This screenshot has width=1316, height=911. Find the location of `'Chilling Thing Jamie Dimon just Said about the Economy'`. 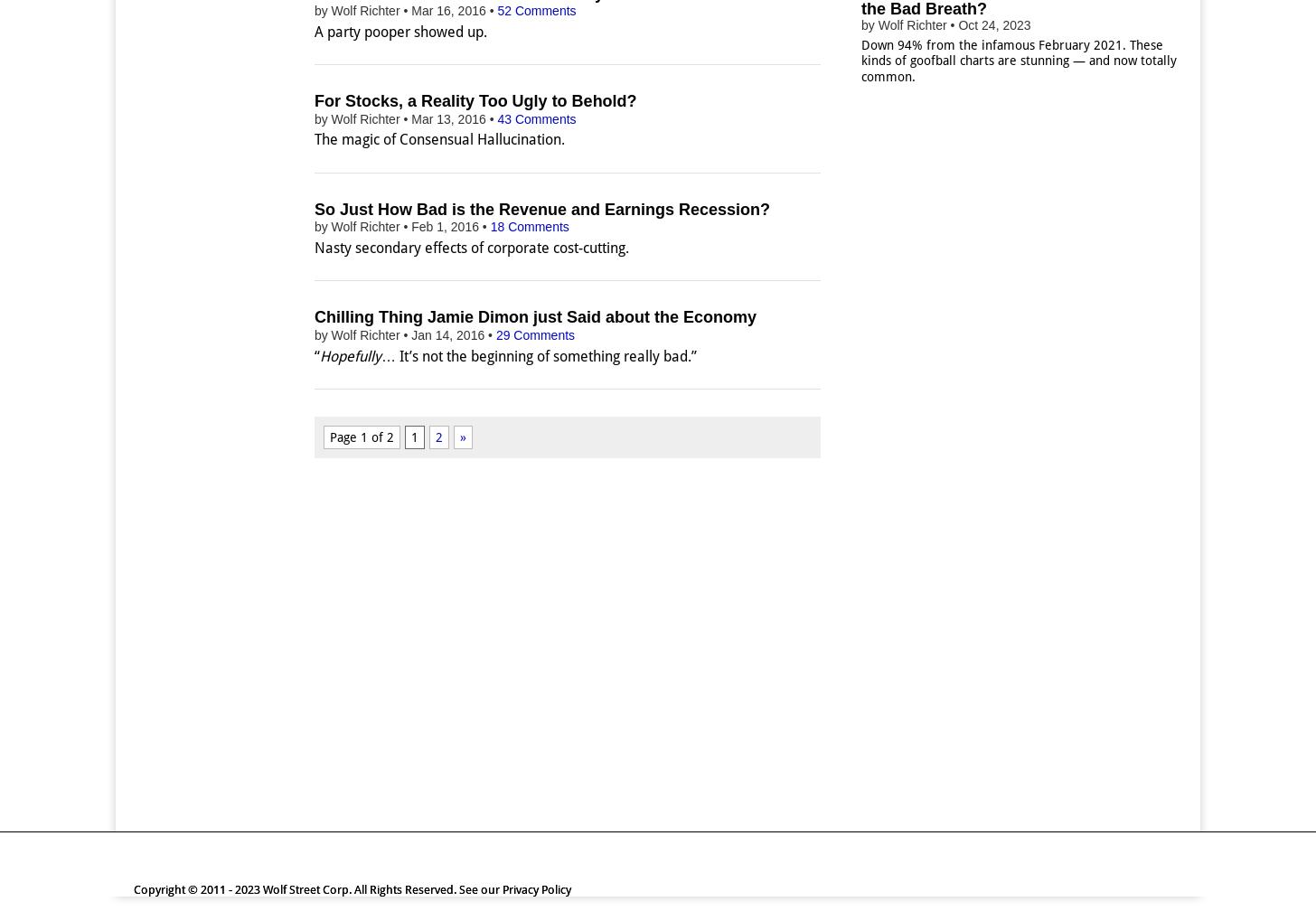

'Chilling Thing Jamie Dimon just Said about the Economy' is located at coordinates (534, 316).